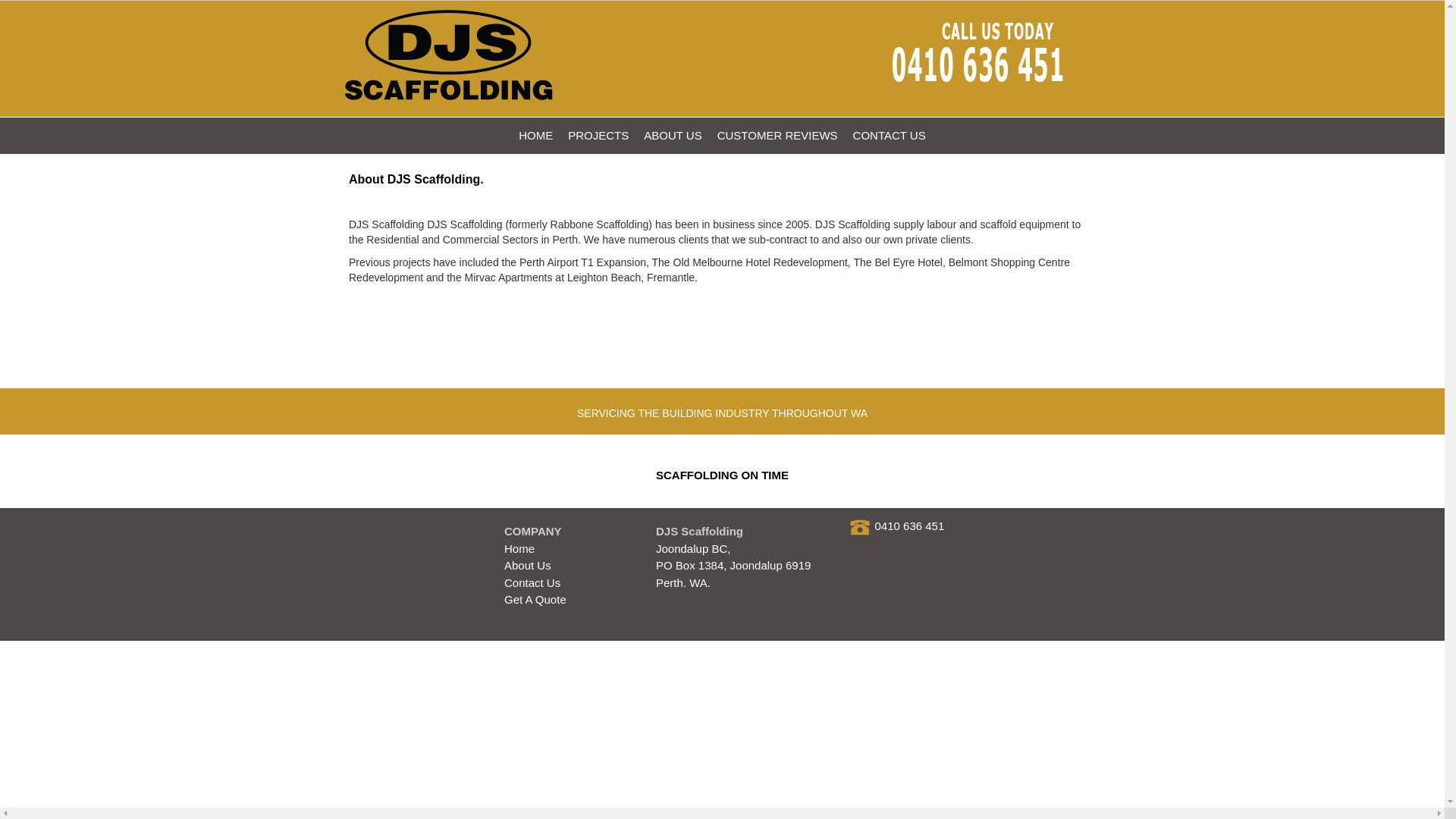 This screenshot has height=819, width=1456. Describe the element at coordinates (672, 134) in the screenshot. I see `'ABOUT US'` at that location.